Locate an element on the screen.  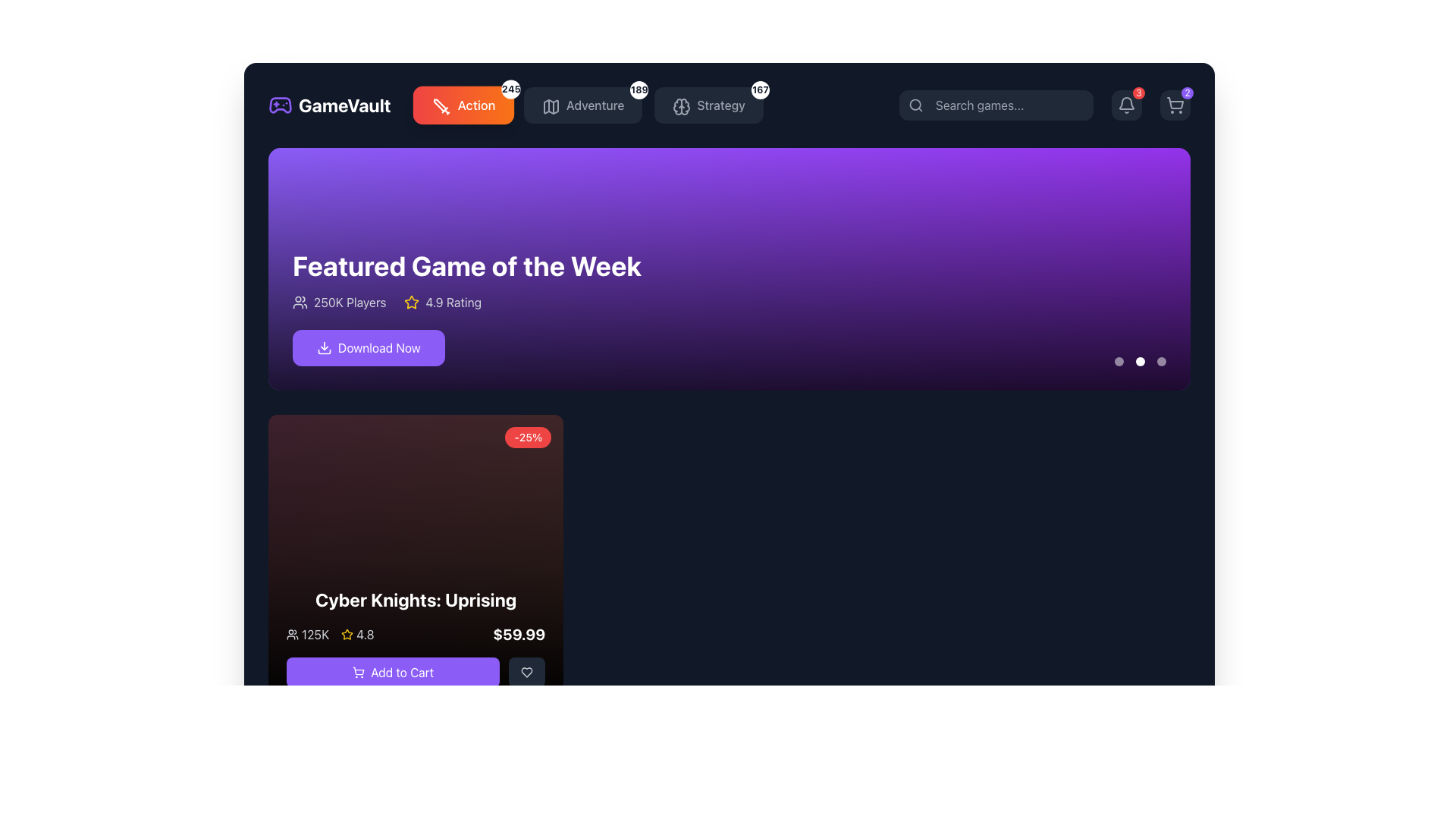
the 'Download Now' button, which is a rectangular button with white text and a violet background located beneath the 'Featured Game of the Week' section is located at coordinates (369, 348).